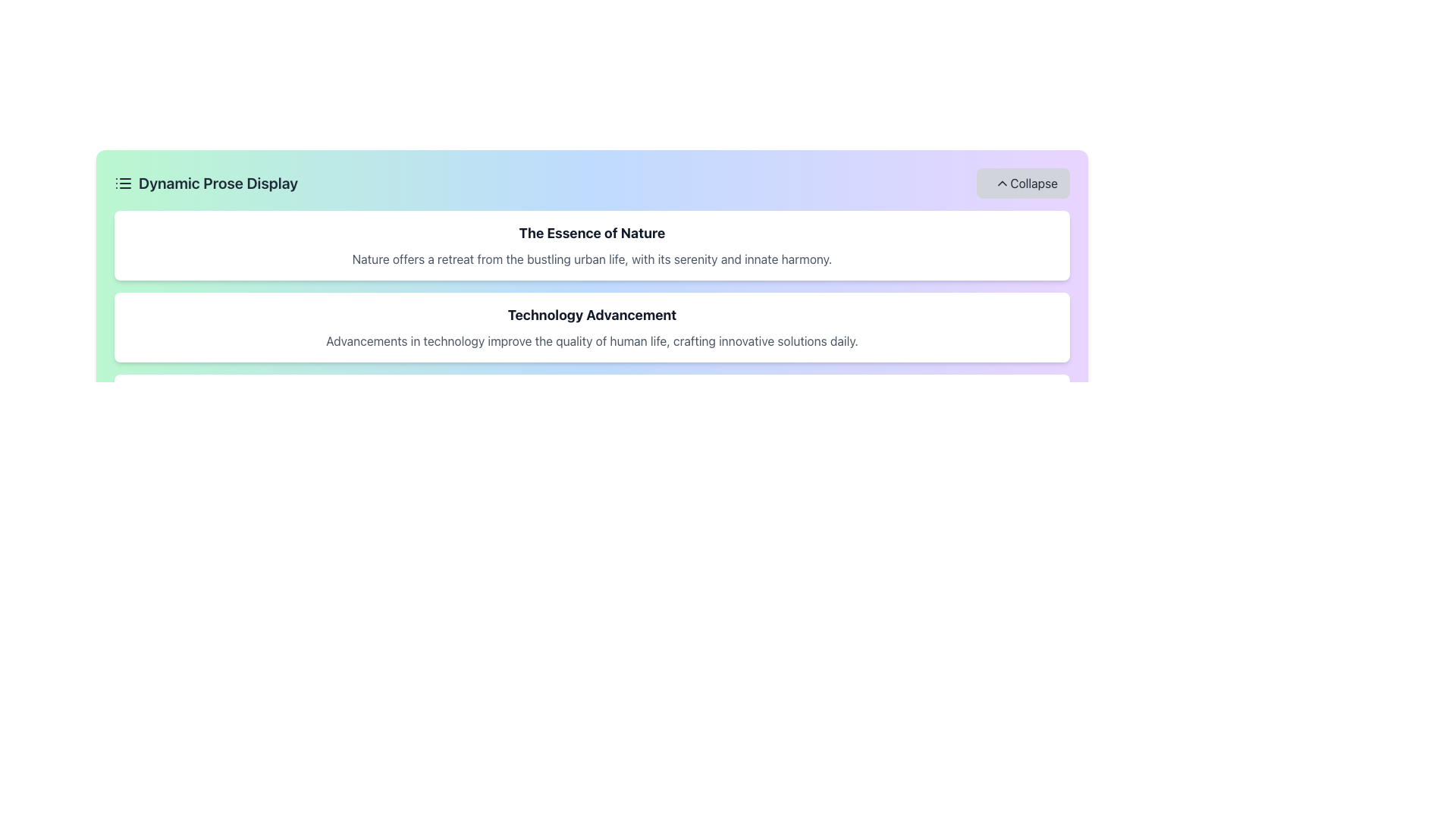 The width and height of the screenshot is (1456, 819). Describe the element at coordinates (206, 183) in the screenshot. I see `text of the Text Label located at the top left corner under a gradient background, adjacent to a list icon` at that location.